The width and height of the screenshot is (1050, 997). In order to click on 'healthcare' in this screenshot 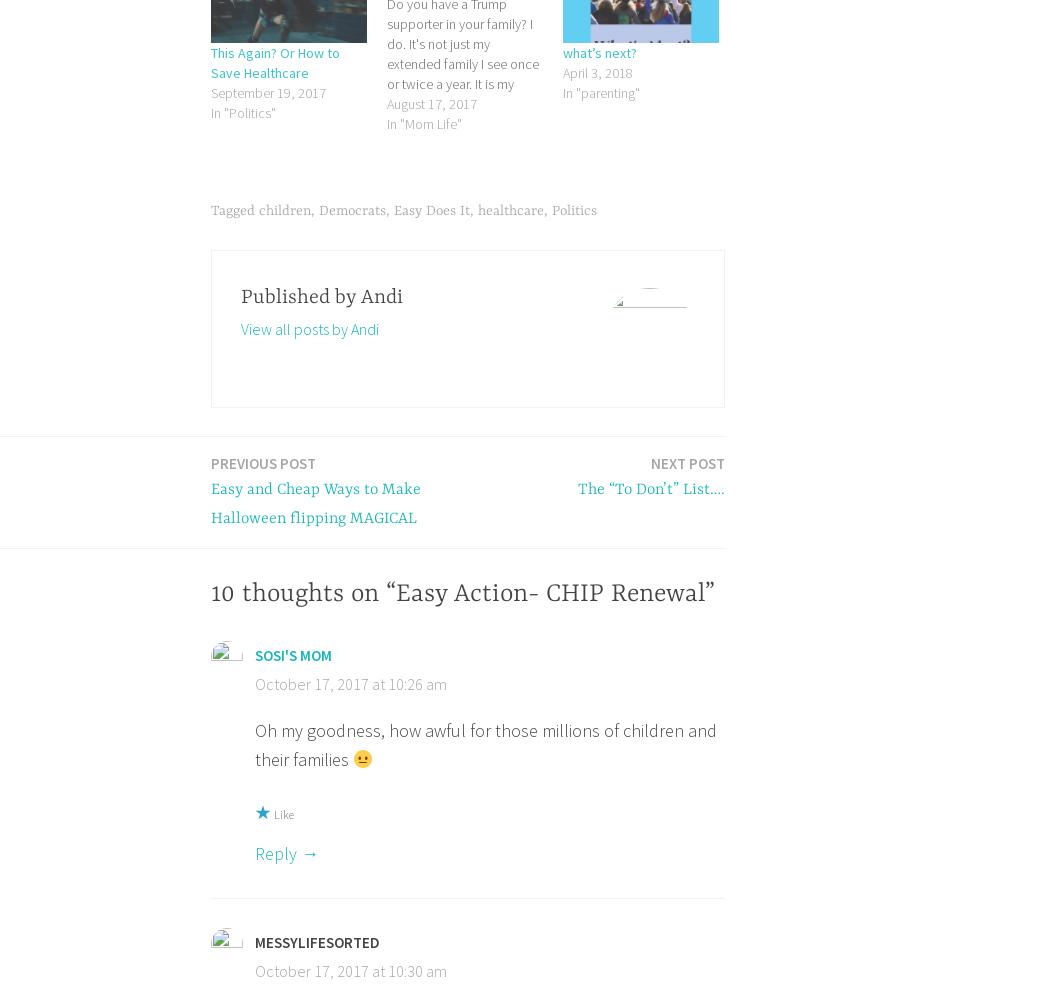, I will do `click(510, 209)`.